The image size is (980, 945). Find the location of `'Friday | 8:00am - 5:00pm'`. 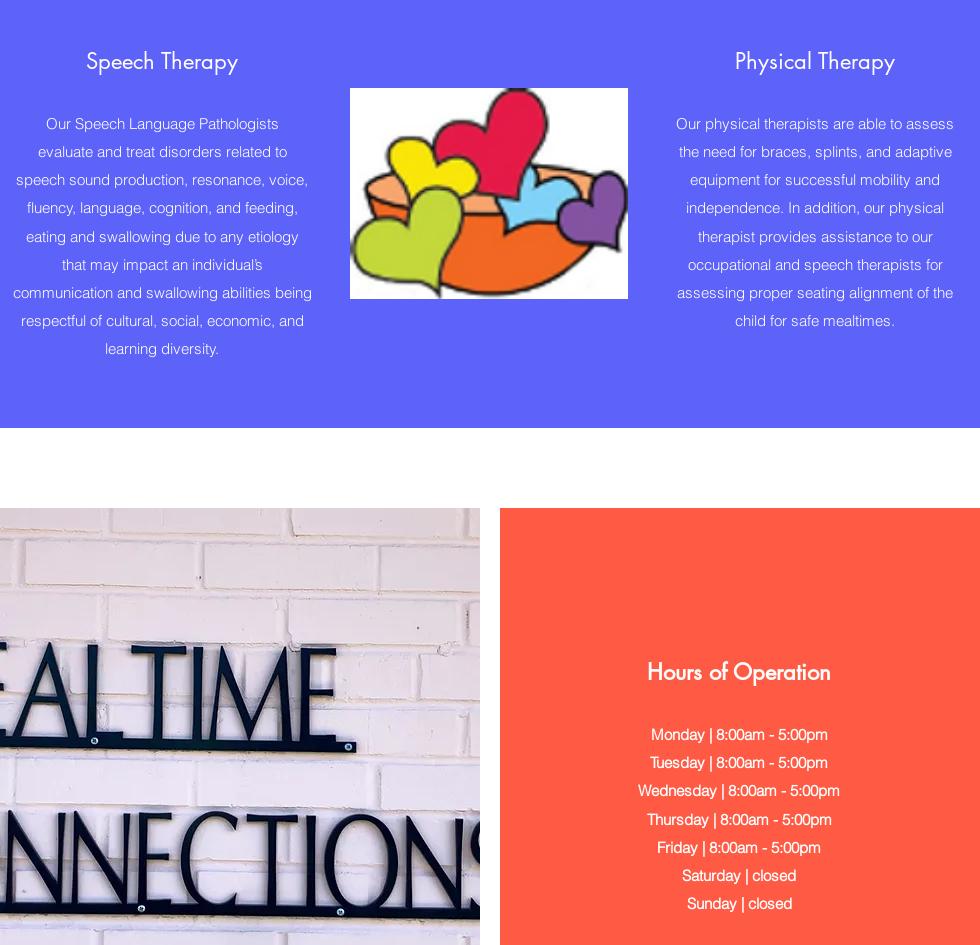

'Friday | 8:00am - 5:00pm' is located at coordinates (656, 846).